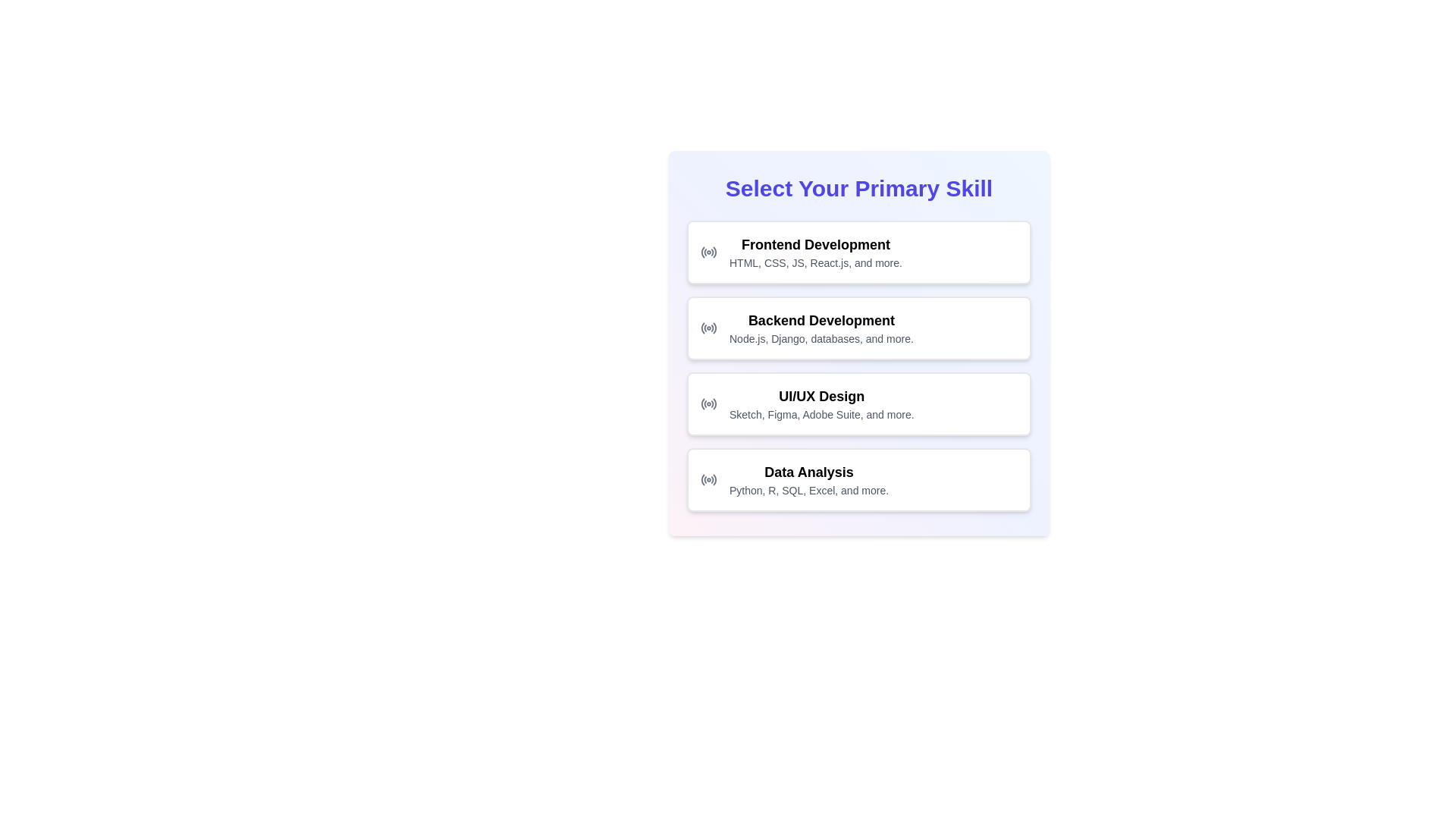 This screenshot has width=1456, height=819. I want to click on the 'UI/UX Design' text block, so click(821, 403).